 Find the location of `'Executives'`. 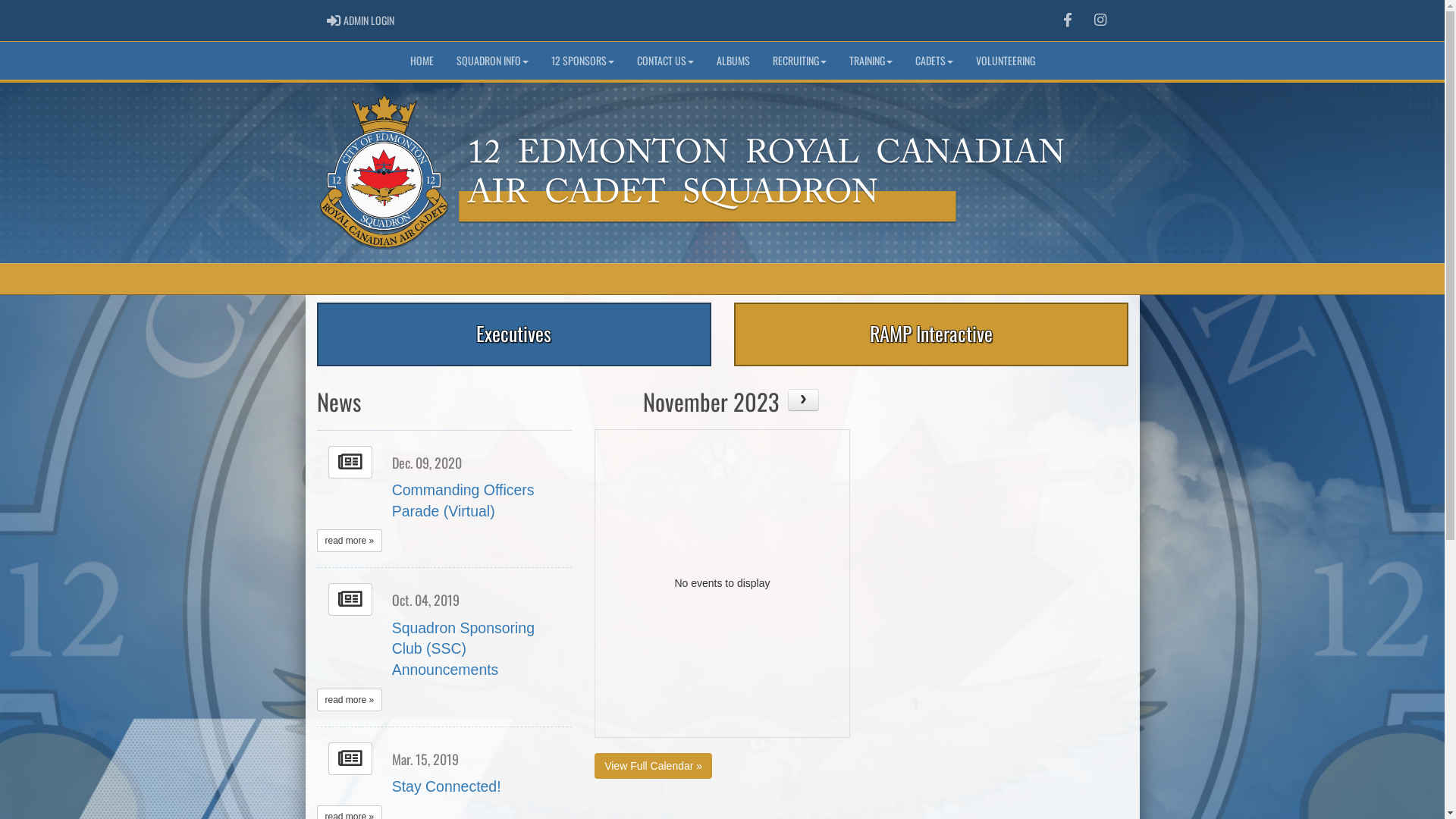

'Executives' is located at coordinates (513, 333).